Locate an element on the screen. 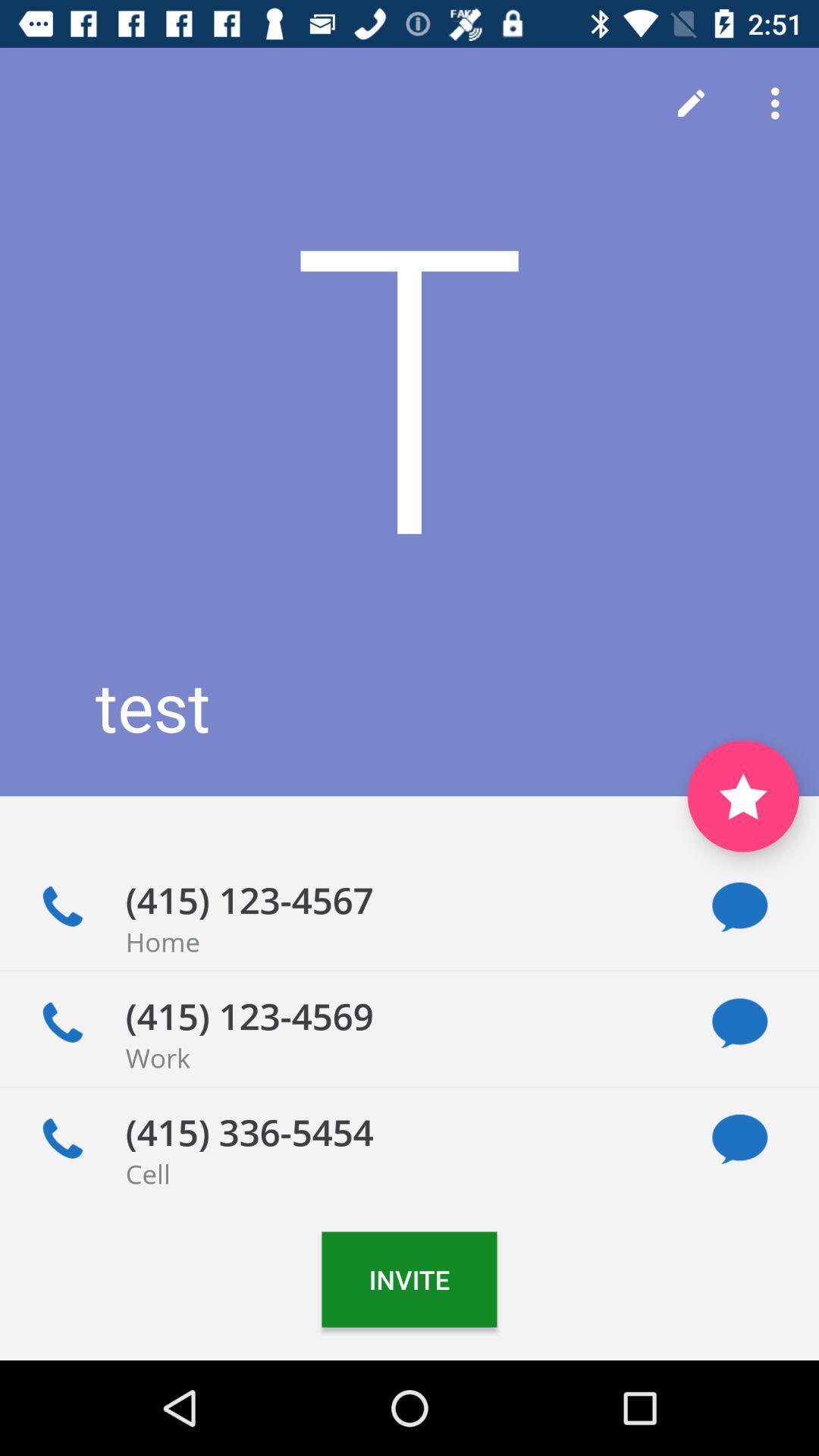  to call is located at coordinates (61, 1139).